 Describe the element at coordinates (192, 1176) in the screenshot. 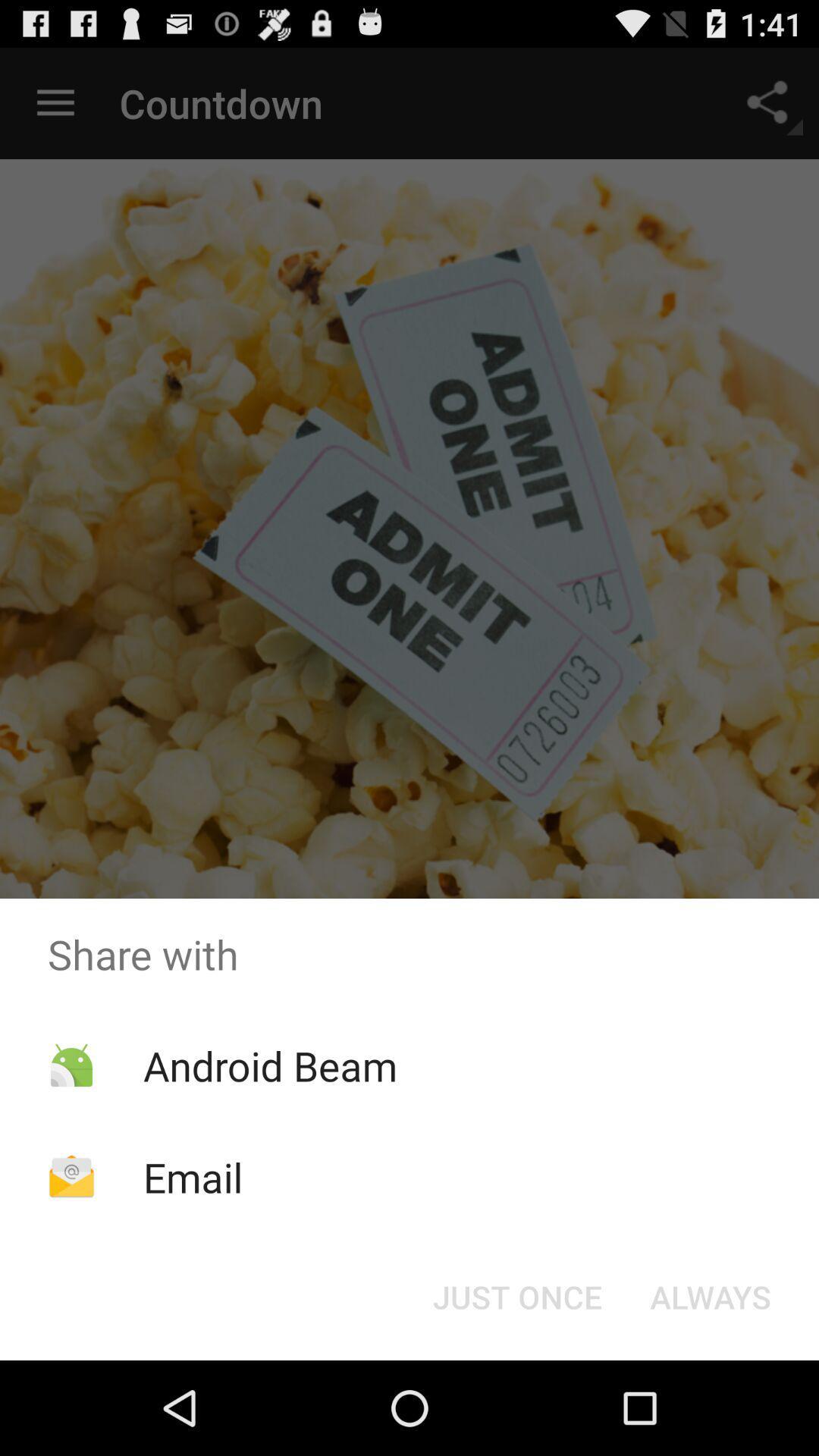

I see `the app below android beam icon` at that location.